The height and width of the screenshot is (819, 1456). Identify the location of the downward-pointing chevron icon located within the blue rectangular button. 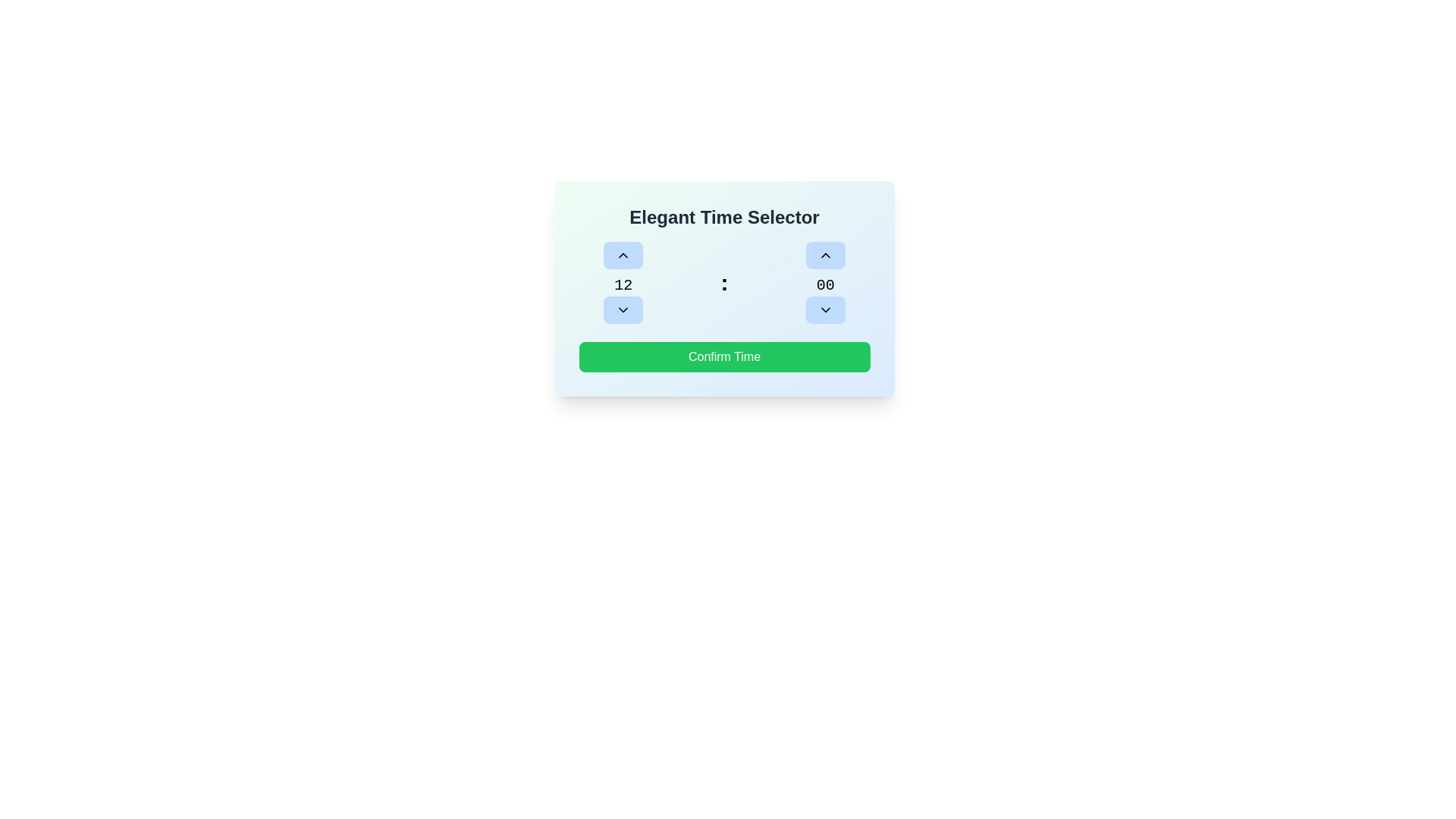
(824, 309).